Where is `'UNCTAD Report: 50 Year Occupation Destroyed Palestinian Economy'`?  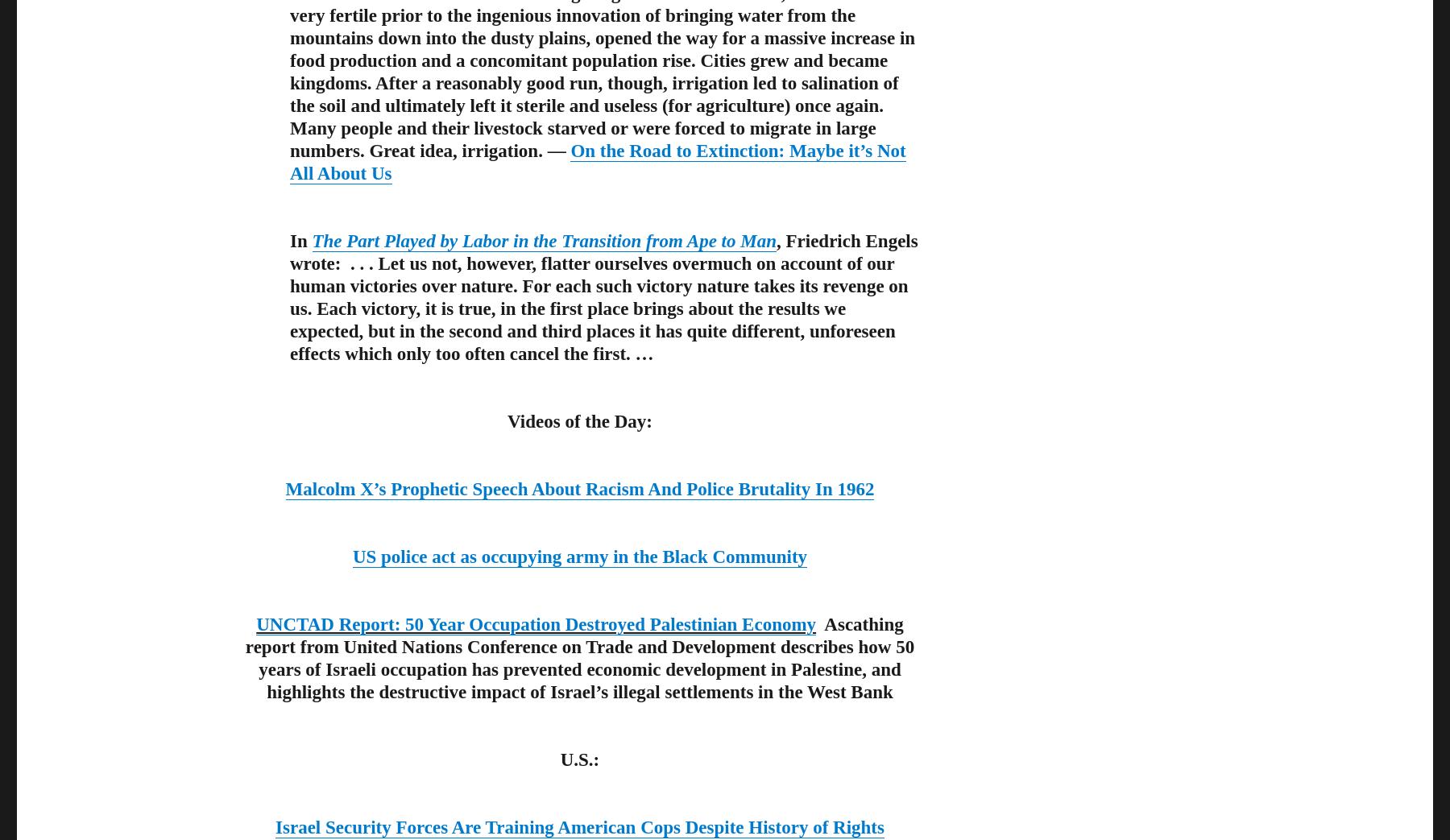 'UNCTAD Report: 50 Year Occupation Destroyed Palestinian Economy' is located at coordinates (255, 623).